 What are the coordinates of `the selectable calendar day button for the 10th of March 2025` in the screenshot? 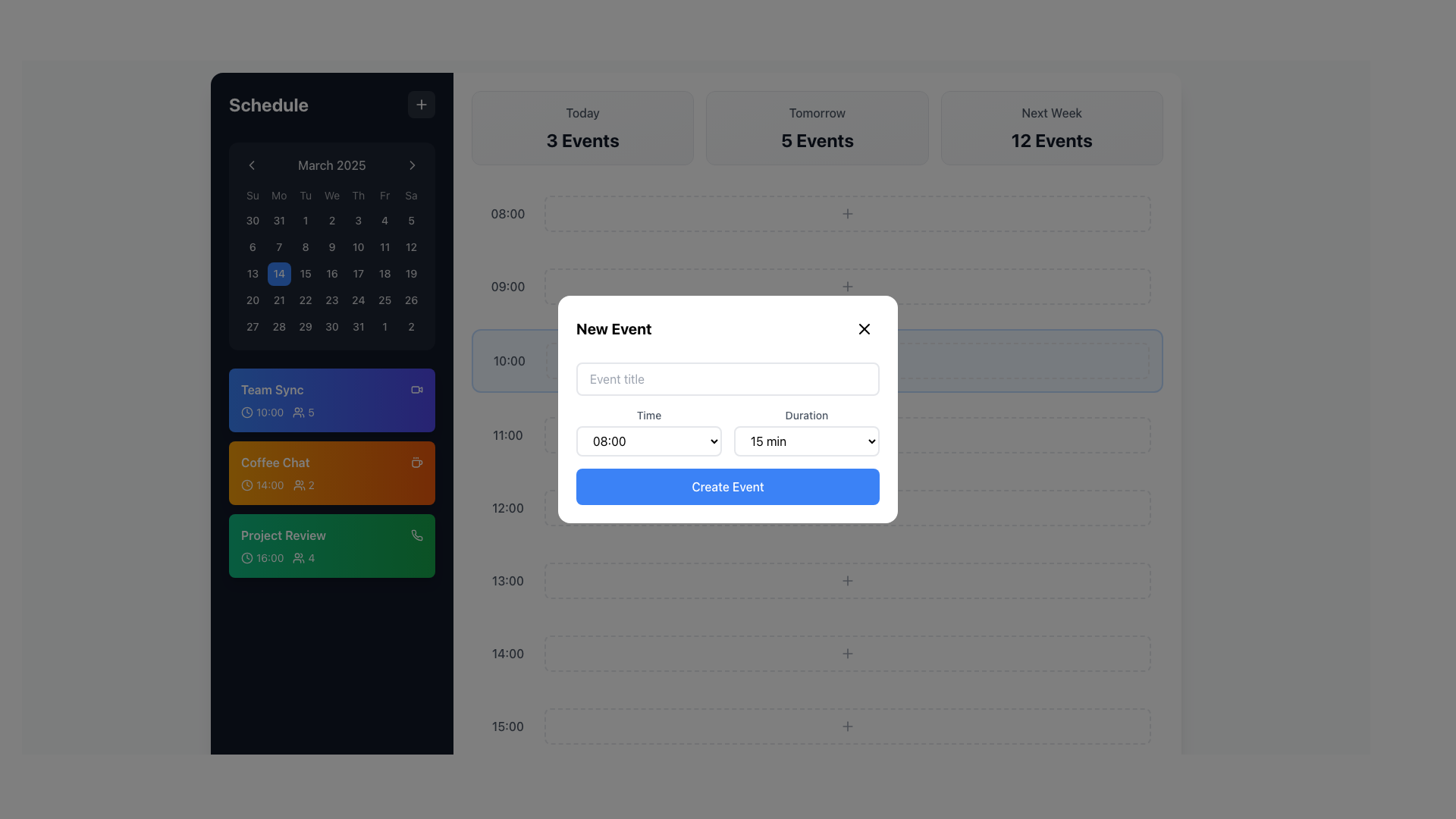 It's located at (357, 246).